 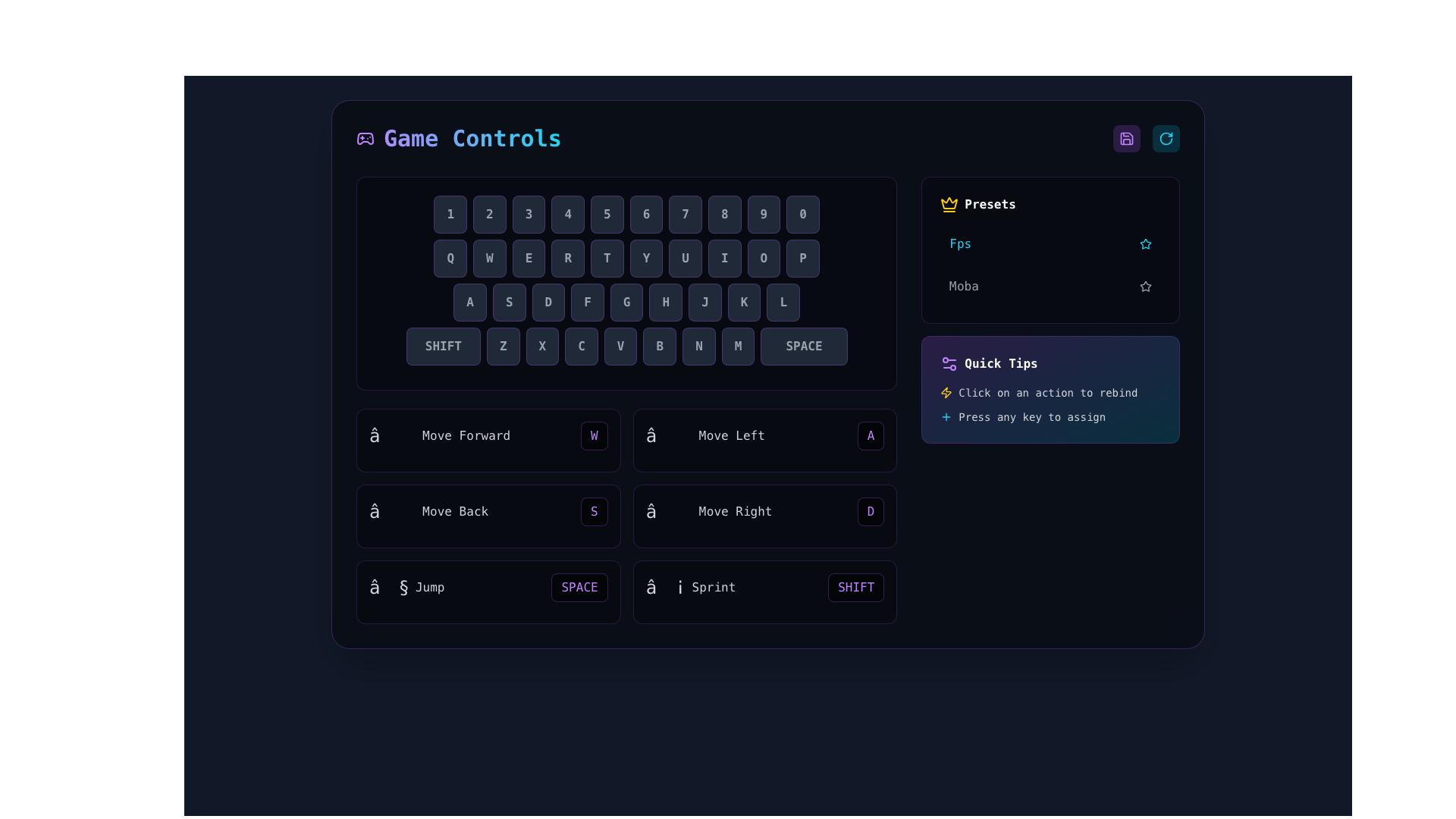 What do you see at coordinates (738, 346) in the screenshot?
I see `the button labeled 'M' with a dark gray background for keyboard navigation` at bounding box center [738, 346].